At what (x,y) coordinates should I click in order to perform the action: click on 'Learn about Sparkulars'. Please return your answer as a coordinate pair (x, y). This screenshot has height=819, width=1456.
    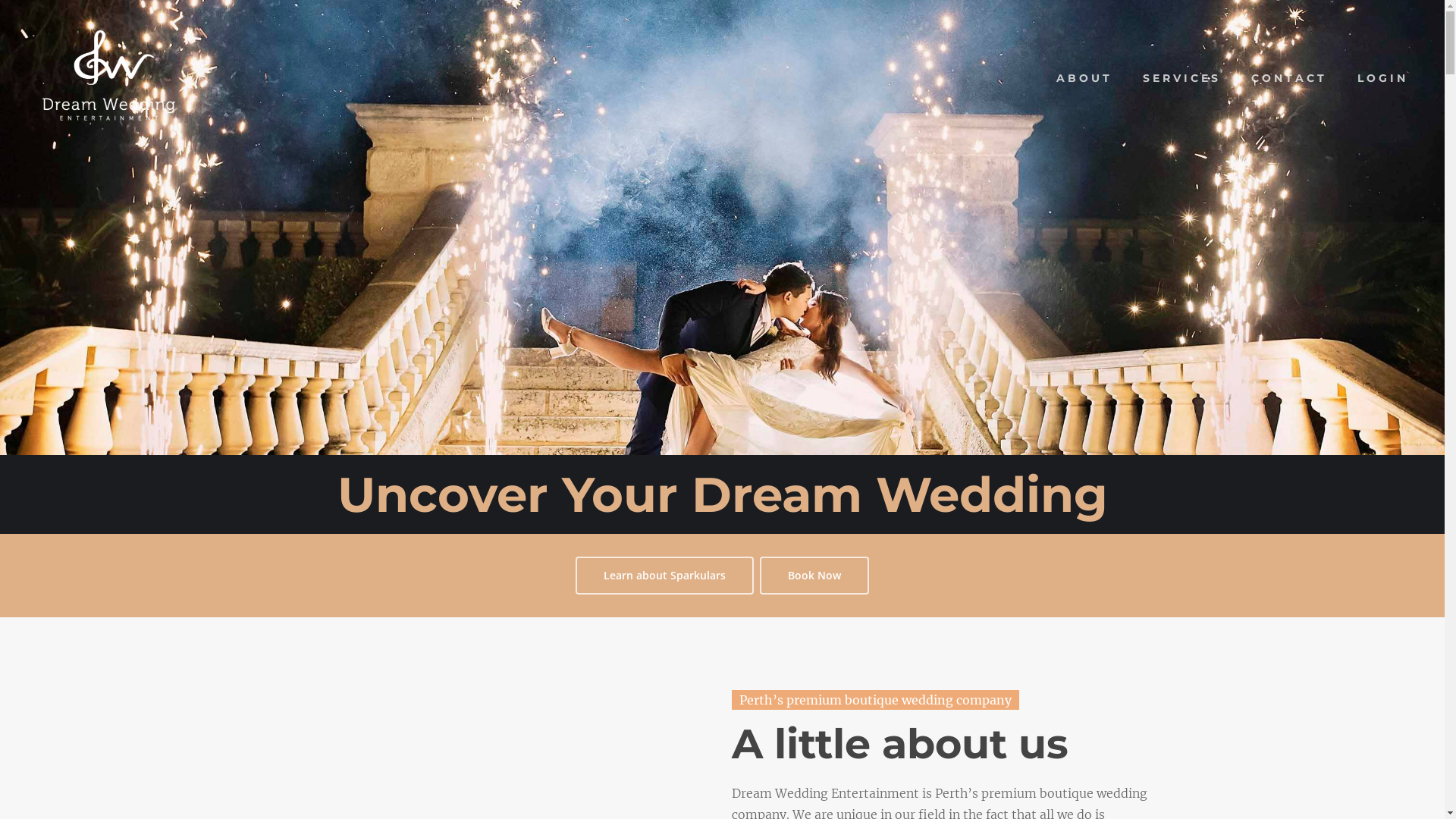
    Looking at the image, I should click on (664, 576).